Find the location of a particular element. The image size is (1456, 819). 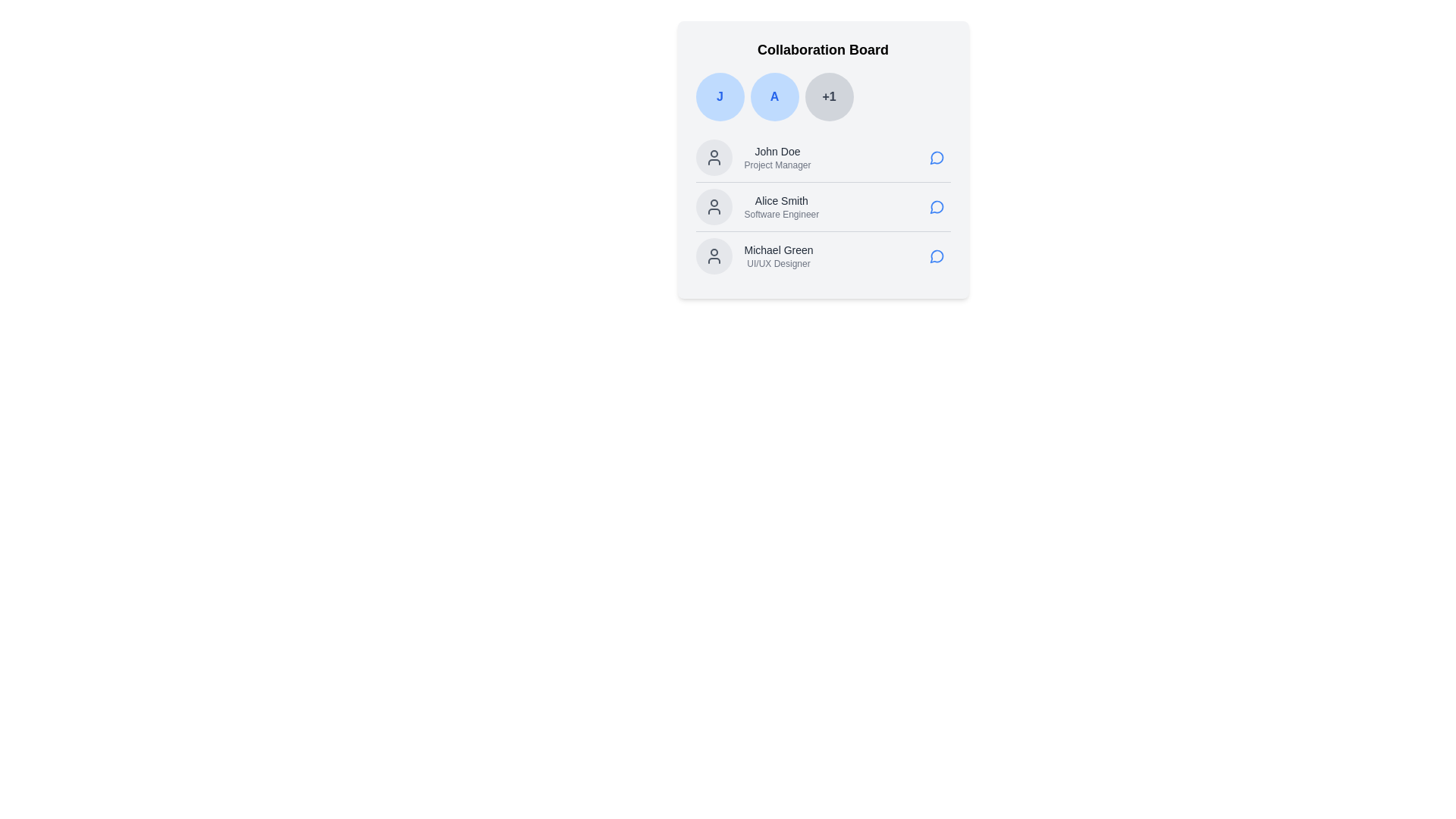

the text label component displaying the user's name and role located on the last row of the collaborators list in the 'Collaboration Board' card, positioned to the right of the circular user avatar icon is located at coordinates (779, 256).